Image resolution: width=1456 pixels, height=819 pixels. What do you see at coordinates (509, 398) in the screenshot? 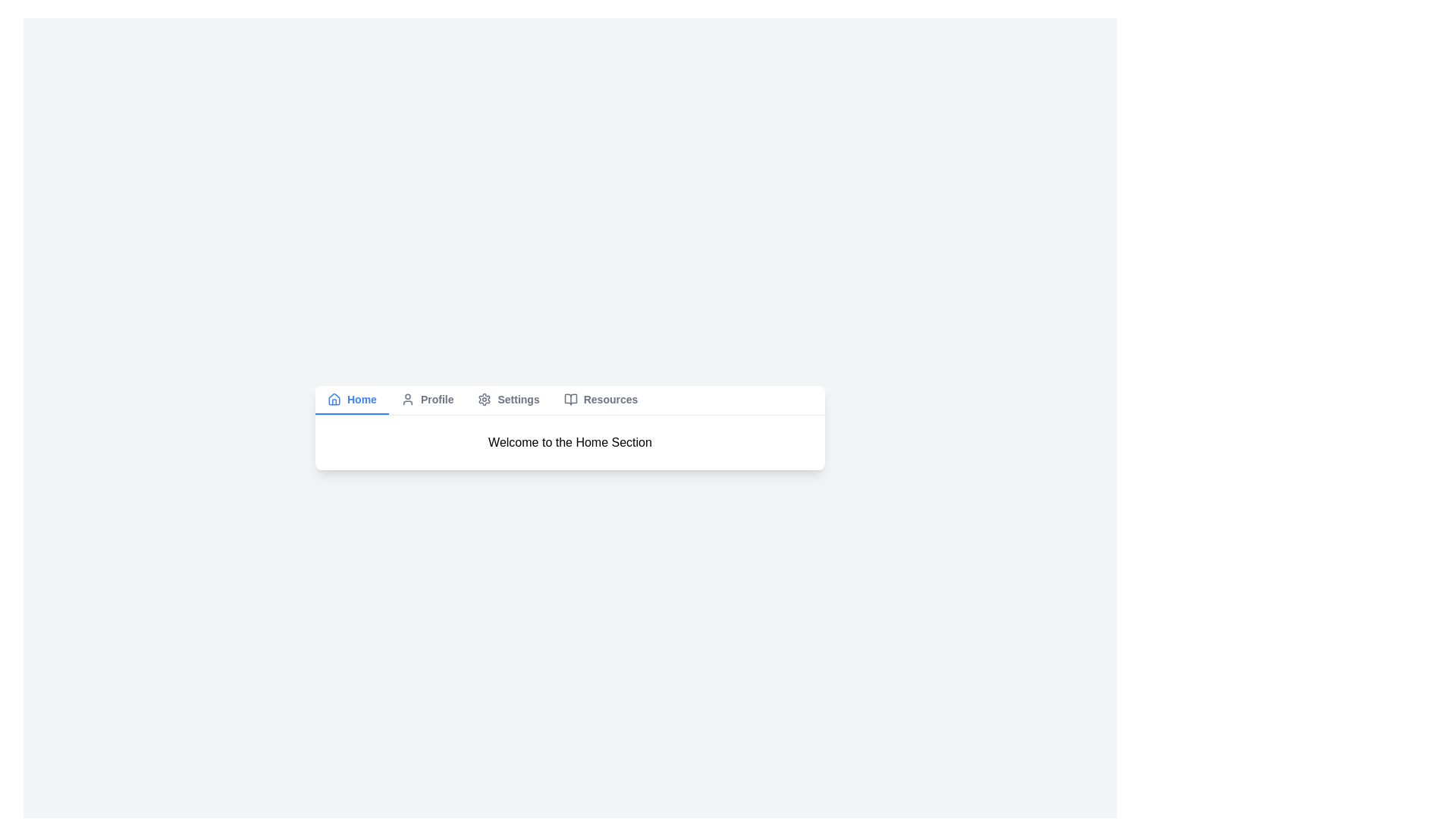
I see `the 'Settings' navigation link, which is the third item in the horizontal navigation bar, featuring a gear icon and the text 'Settings'` at bounding box center [509, 398].